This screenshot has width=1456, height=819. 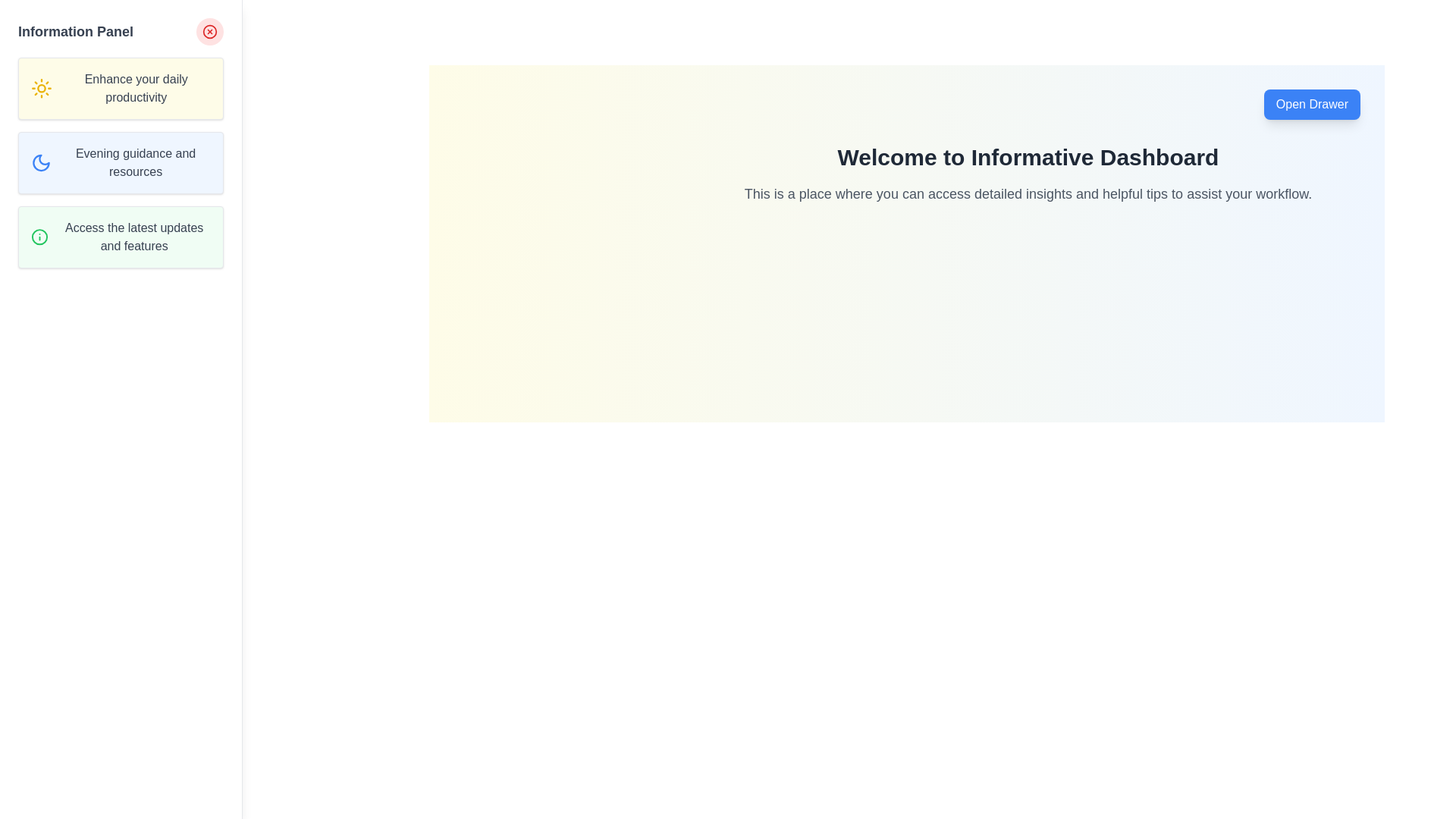 I want to click on text from the Text Label that provides contextual information, located directly below the 'Welcome to Informative Dashboard' title, so click(x=1028, y=193).